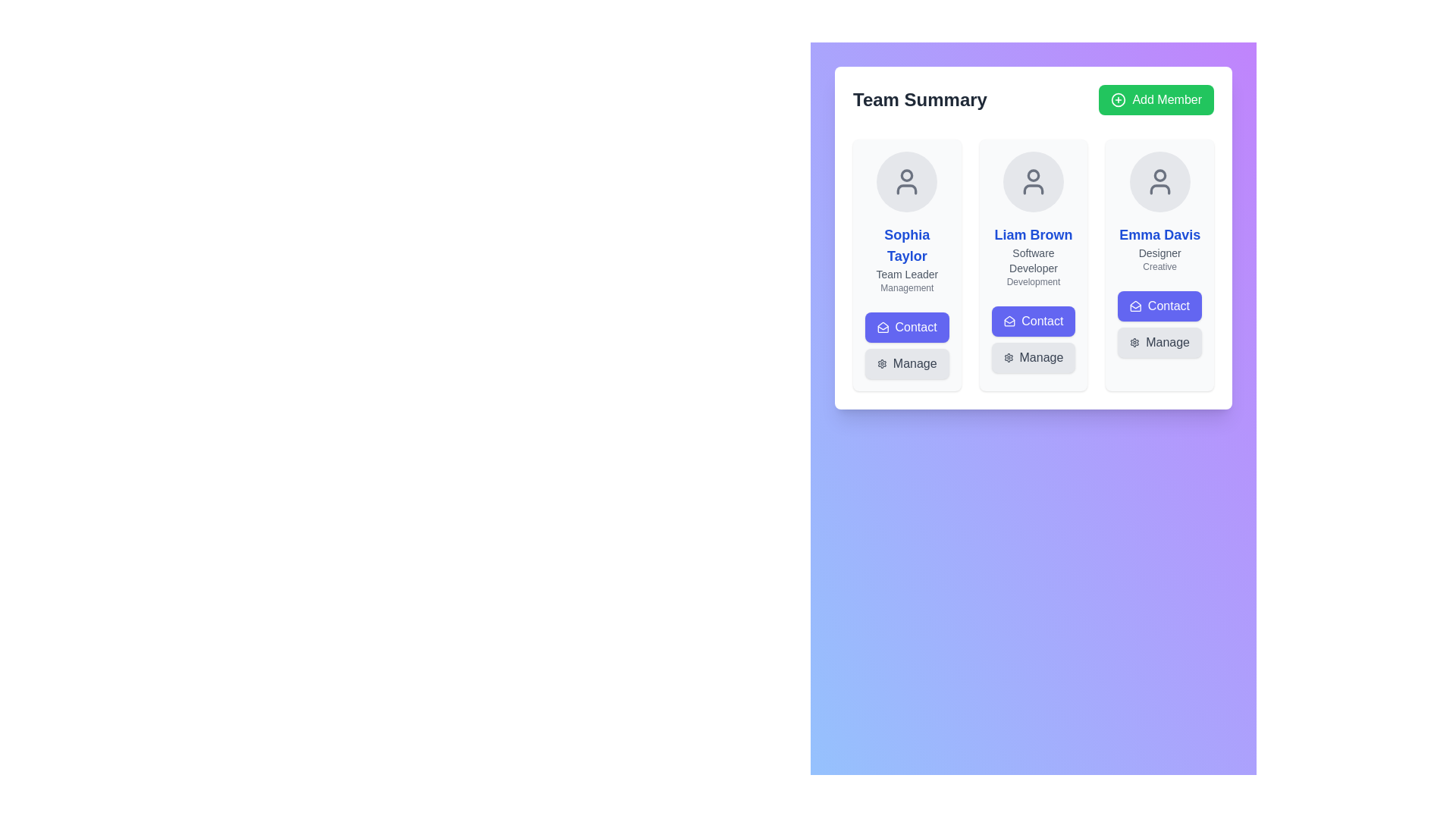  I want to click on the mail icon in the 'Contact' button, which features a clean, outlined envelope design against a purple background, located in the bottom section of the third card labeled 'Emma Davis', so click(1136, 306).